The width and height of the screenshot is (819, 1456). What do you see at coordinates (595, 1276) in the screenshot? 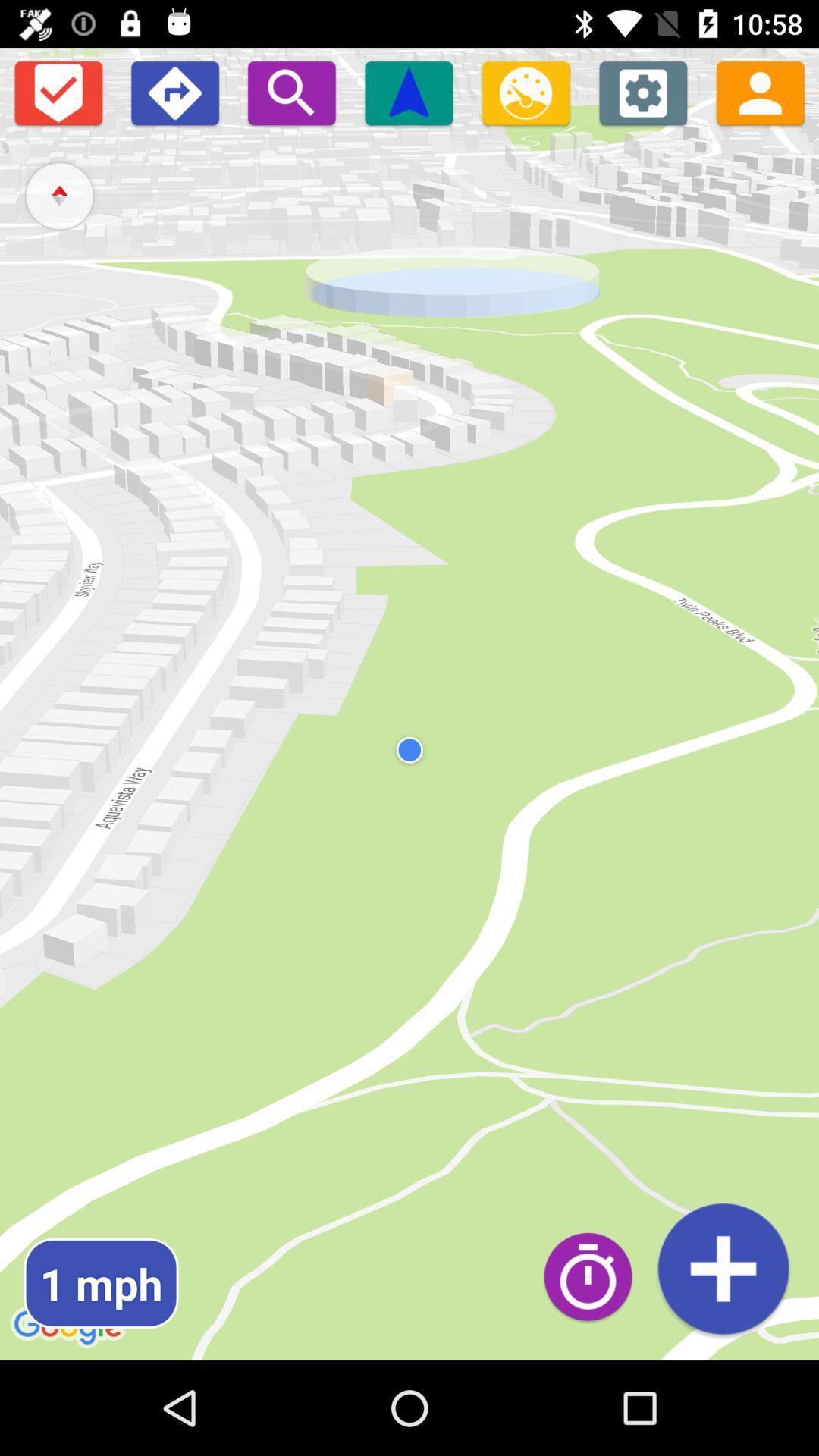
I see `set time` at bounding box center [595, 1276].